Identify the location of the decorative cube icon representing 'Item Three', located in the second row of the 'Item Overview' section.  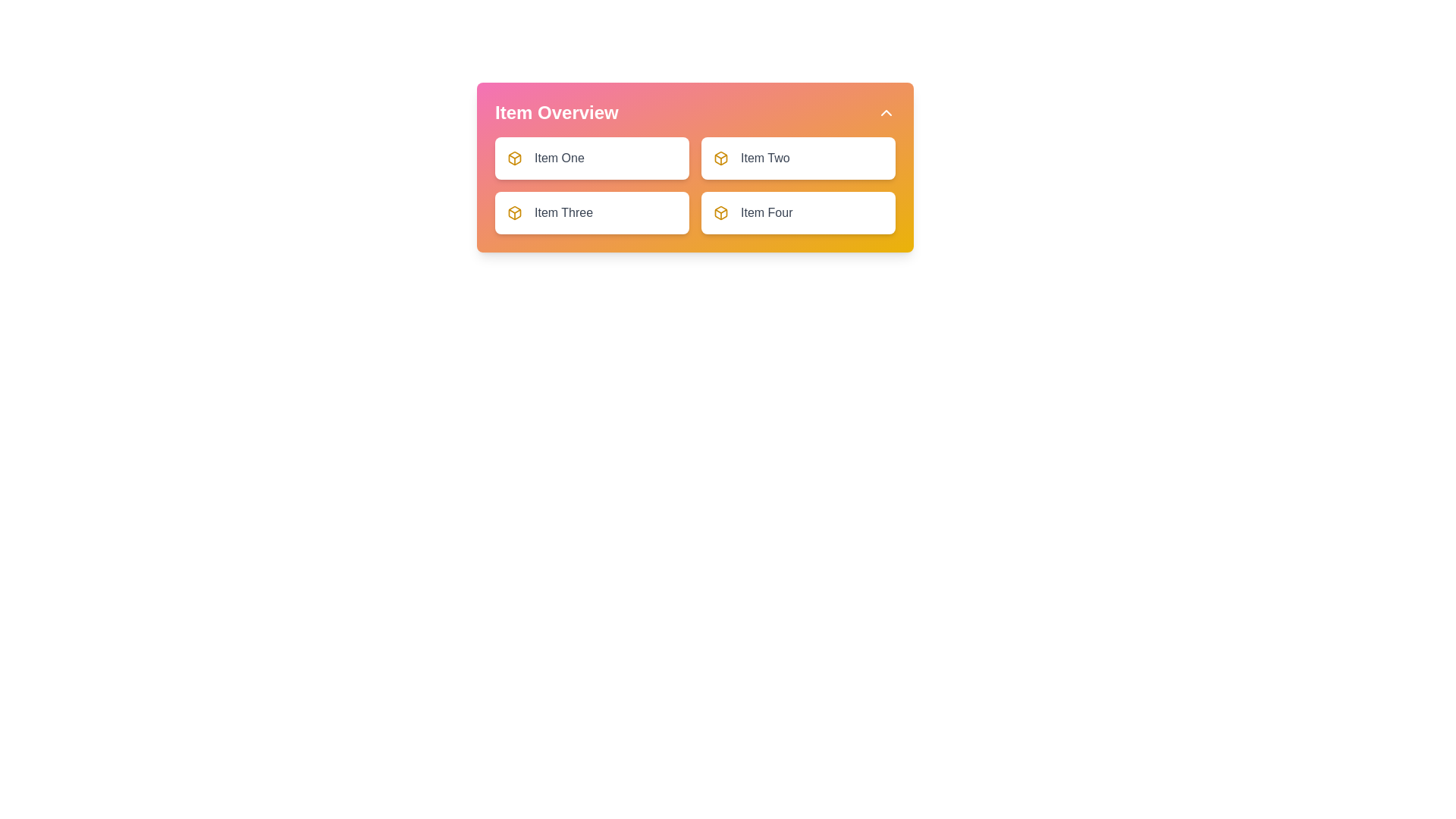
(514, 213).